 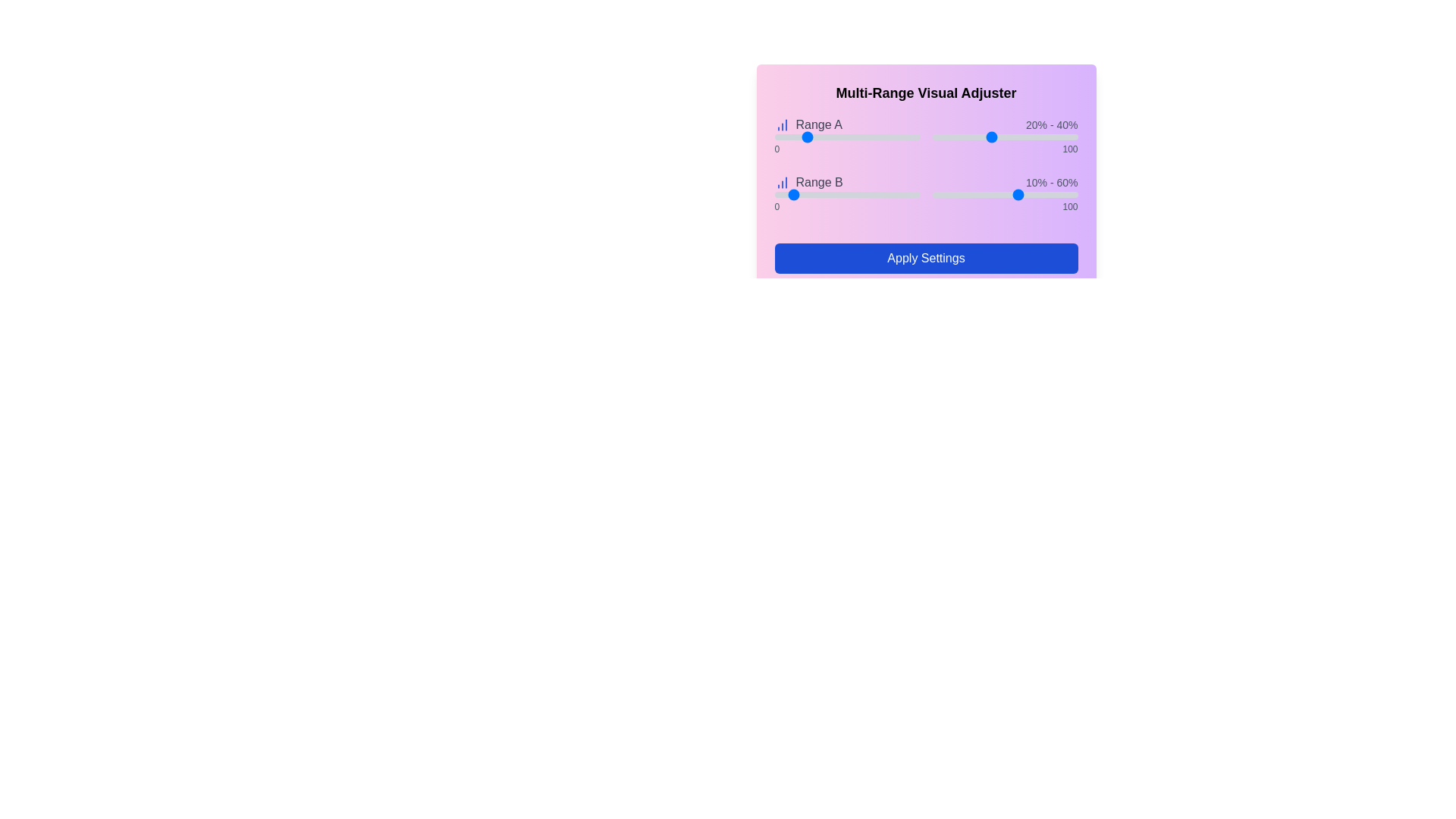 I want to click on the slider, so click(x=1031, y=137).